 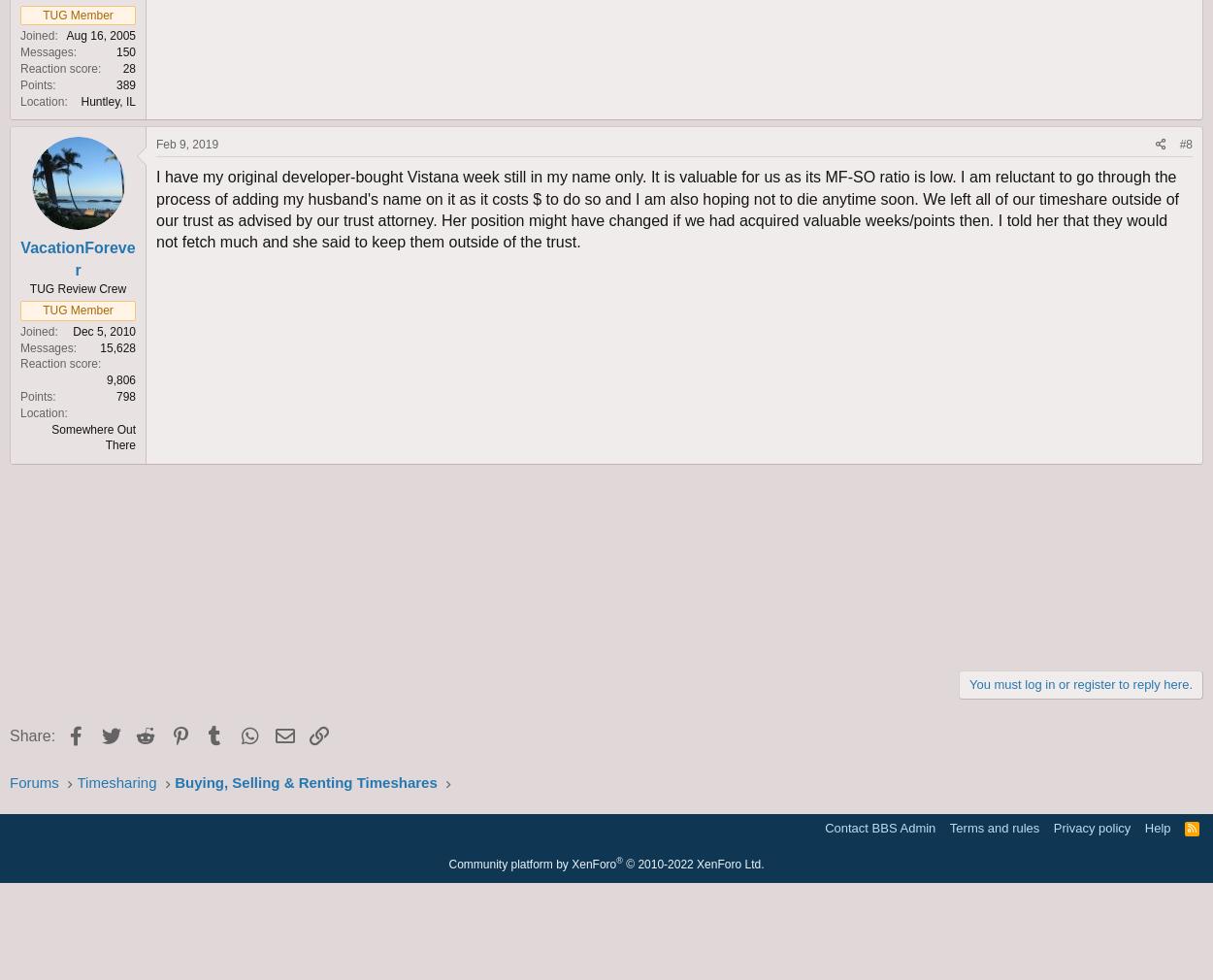 What do you see at coordinates (125, 82) in the screenshot?
I see `'389'` at bounding box center [125, 82].